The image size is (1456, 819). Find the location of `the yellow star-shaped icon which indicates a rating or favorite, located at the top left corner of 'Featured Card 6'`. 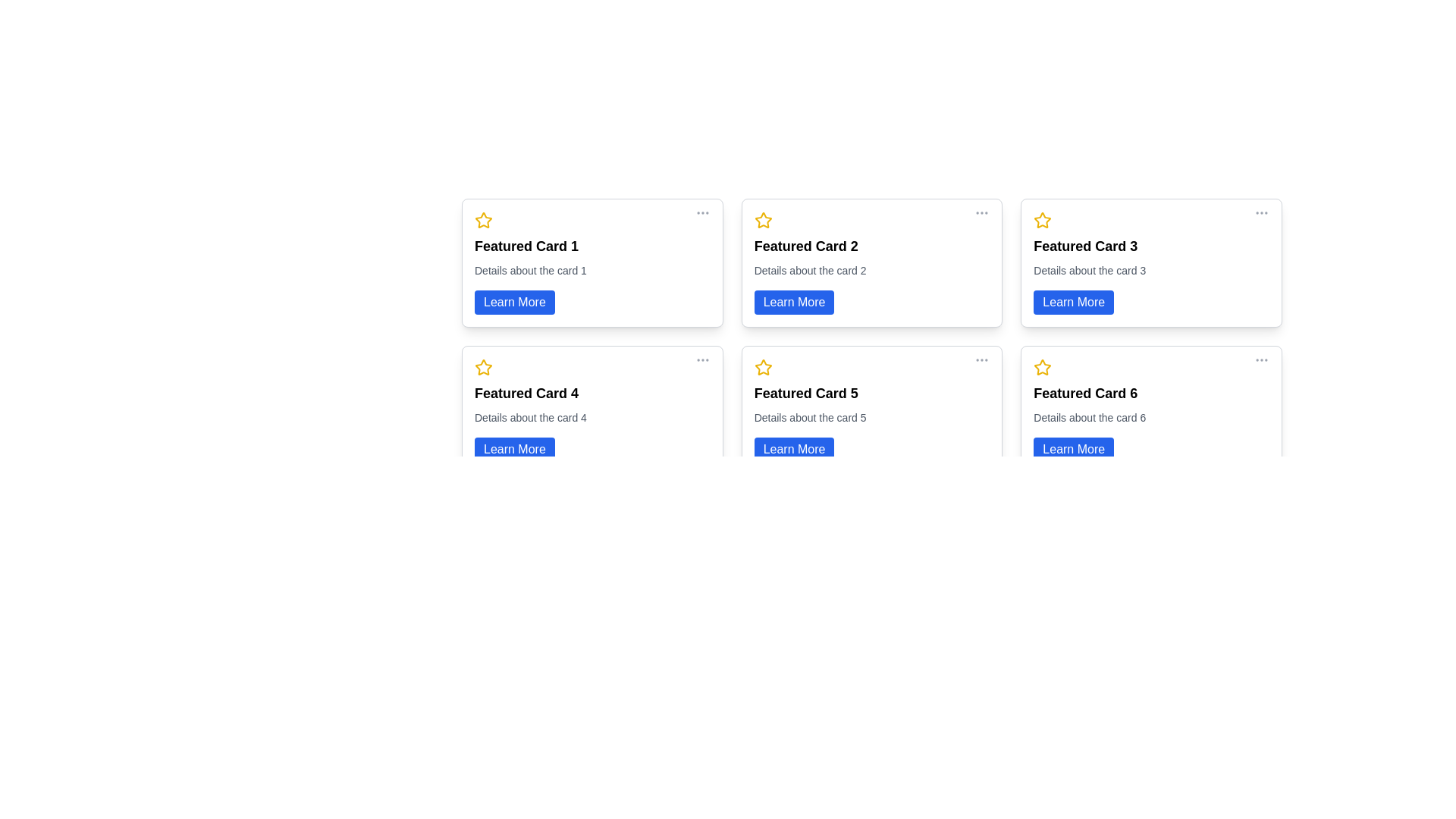

the yellow star-shaped icon which indicates a rating or favorite, located at the top left corner of 'Featured Card 6' is located at coordinates (1042, 368).